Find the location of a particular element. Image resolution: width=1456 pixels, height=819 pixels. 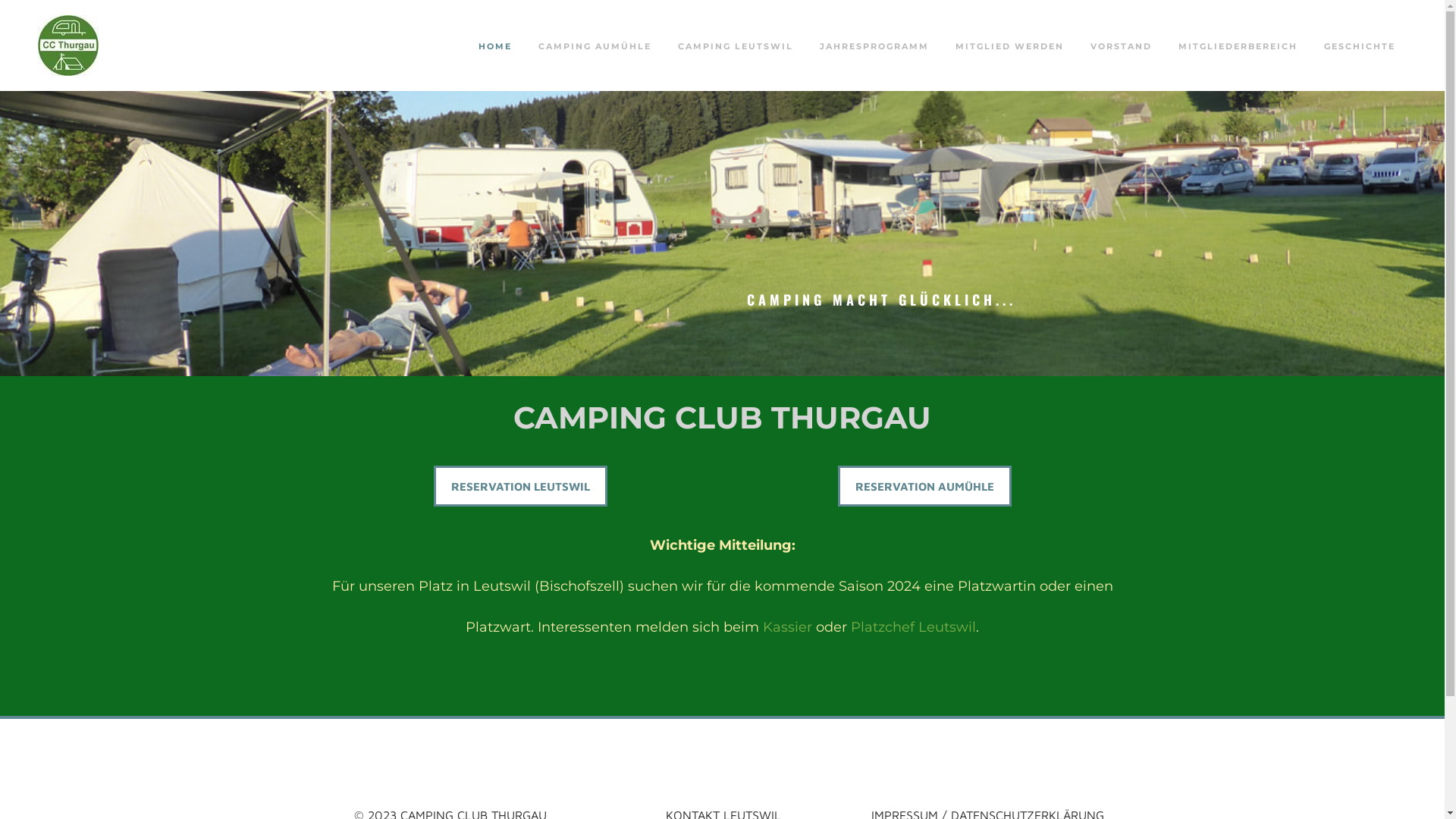

'Platzchef Leutswil' is located at coordinates (851, 626).